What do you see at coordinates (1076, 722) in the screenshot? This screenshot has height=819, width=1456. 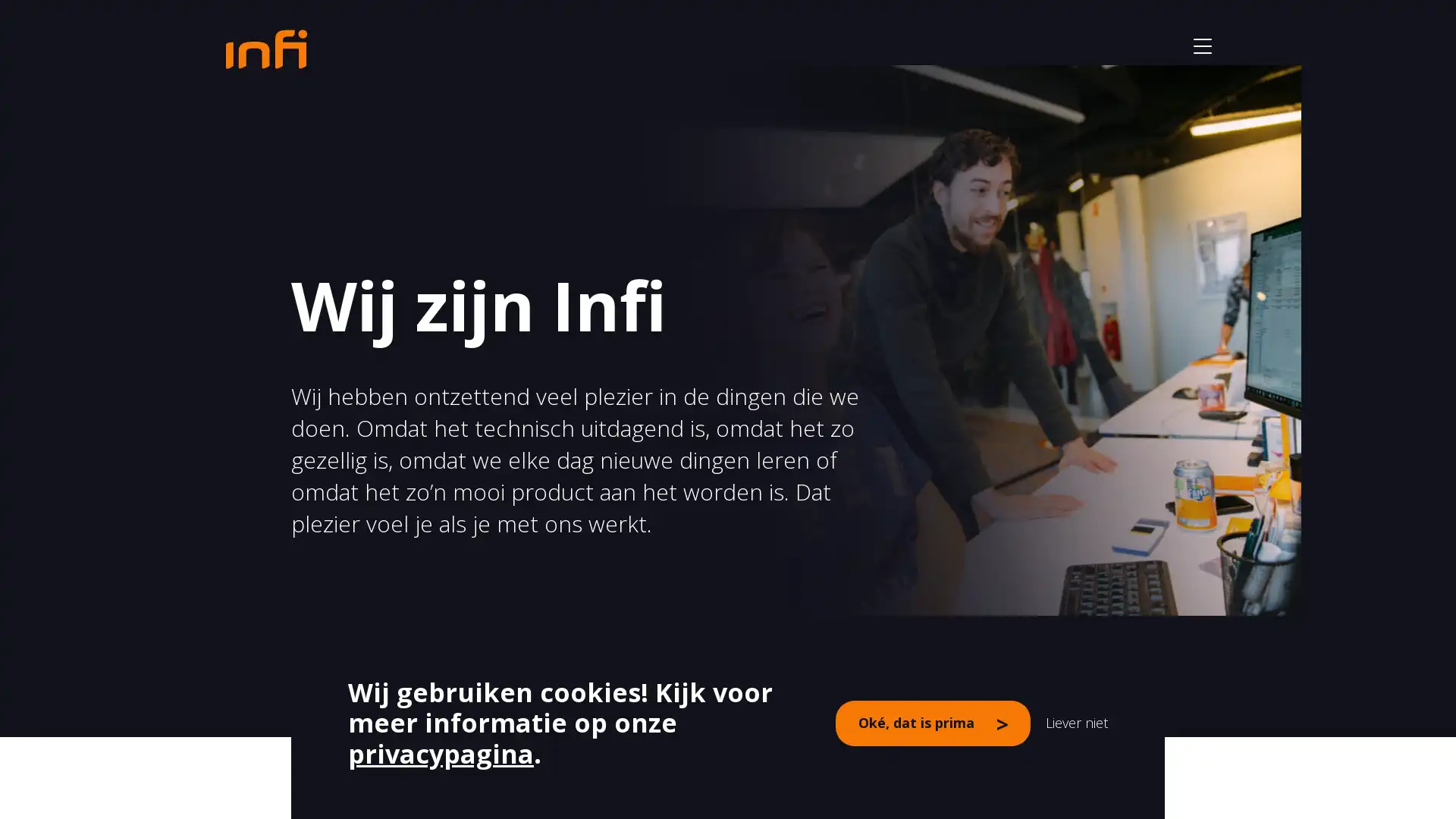 I see `Liever niet` at bounding box center [1076, 722].